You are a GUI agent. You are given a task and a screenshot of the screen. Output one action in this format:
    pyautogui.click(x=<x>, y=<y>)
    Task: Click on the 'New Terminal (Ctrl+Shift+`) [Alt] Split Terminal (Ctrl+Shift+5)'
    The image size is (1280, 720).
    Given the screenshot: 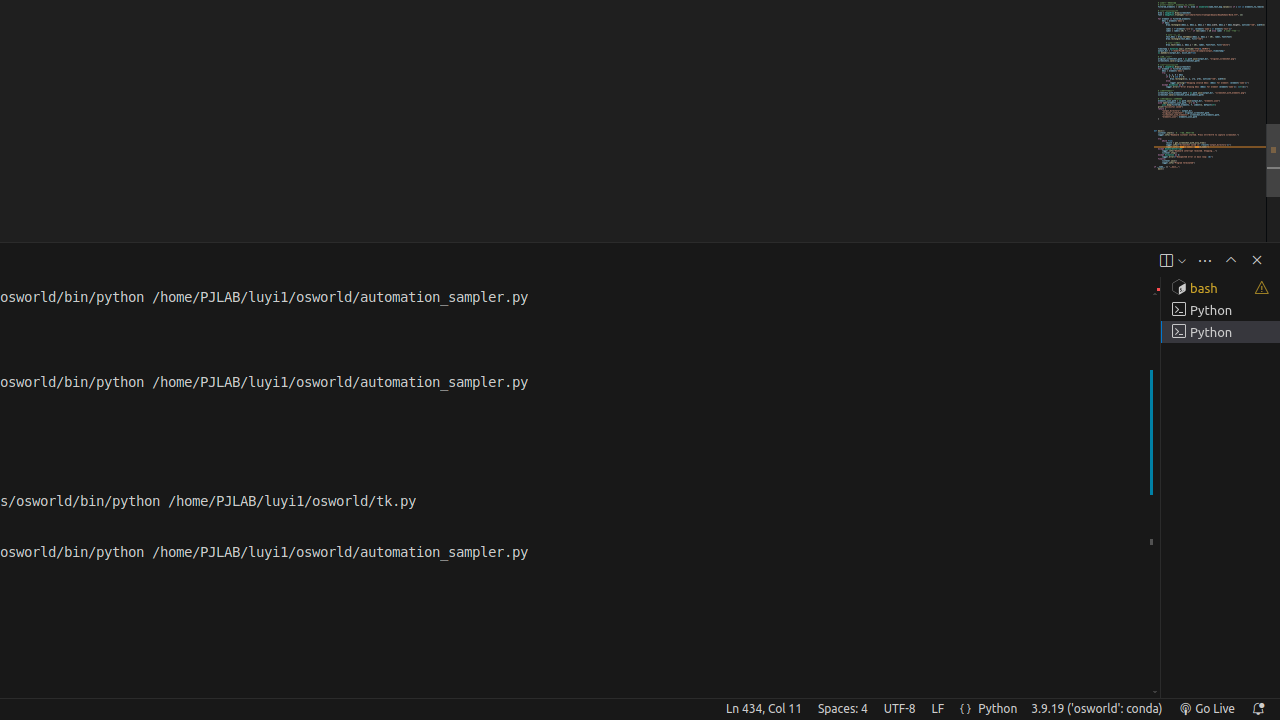 What is the action you would take?
    pyautogui.click(x=1165, y=259)
    